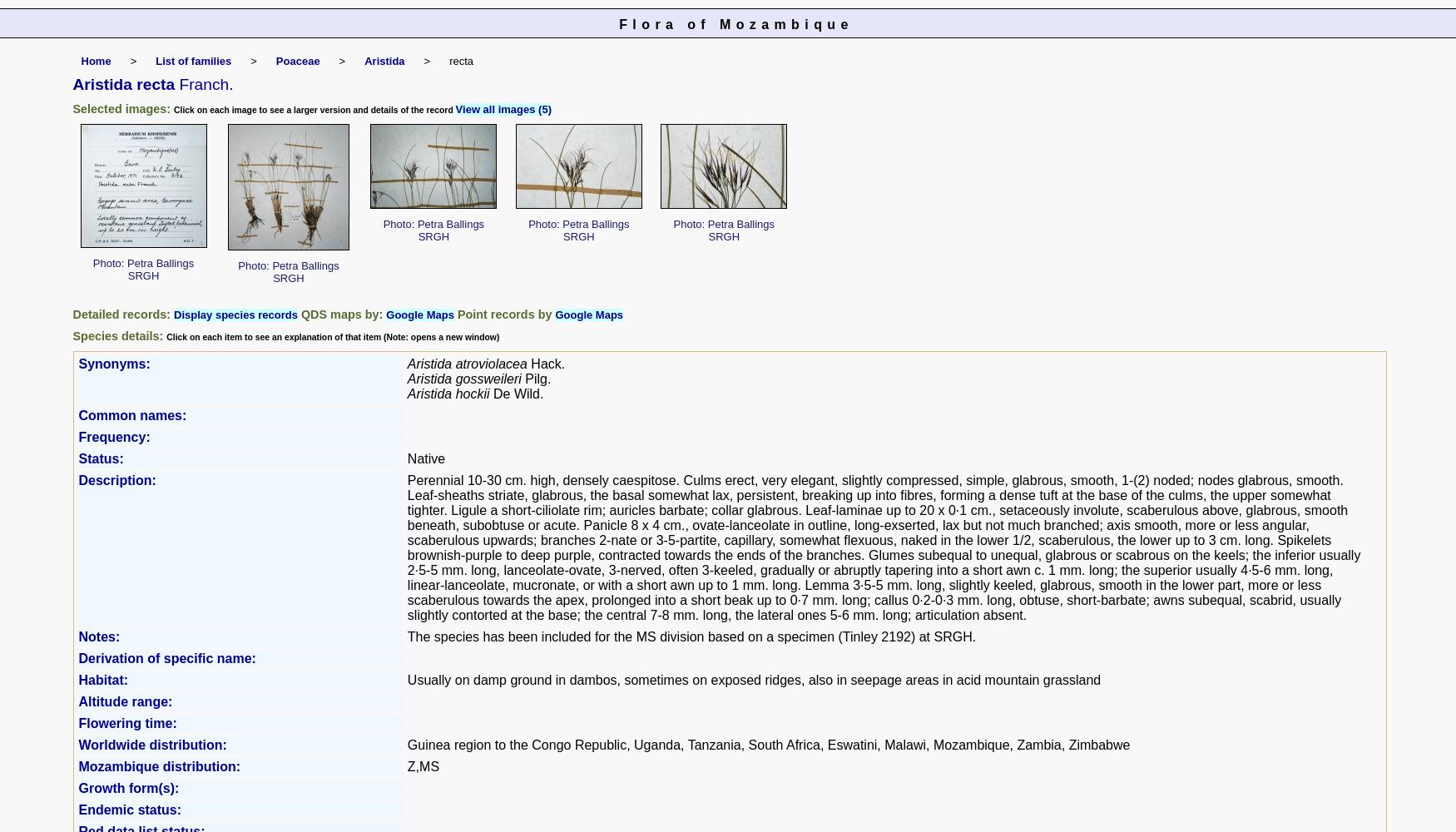 Image resolution: width=1456 pixels, height=832 pixels. Describe the element at coordinates (275, 60) in the screenshot. I see `'Poaceae'` at that location.